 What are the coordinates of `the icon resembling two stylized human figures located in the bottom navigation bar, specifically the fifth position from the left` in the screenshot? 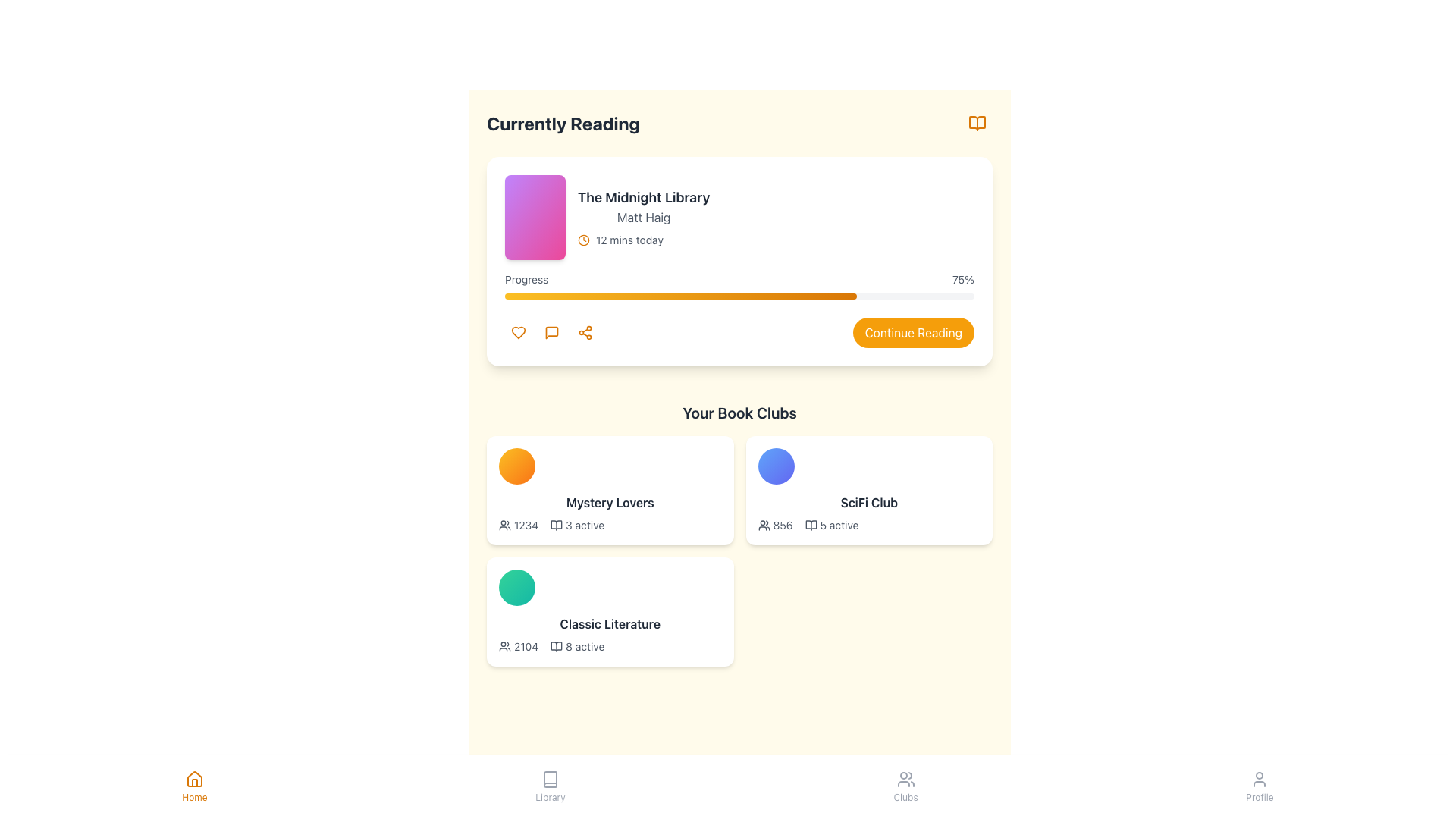 It's located at (905, 780).